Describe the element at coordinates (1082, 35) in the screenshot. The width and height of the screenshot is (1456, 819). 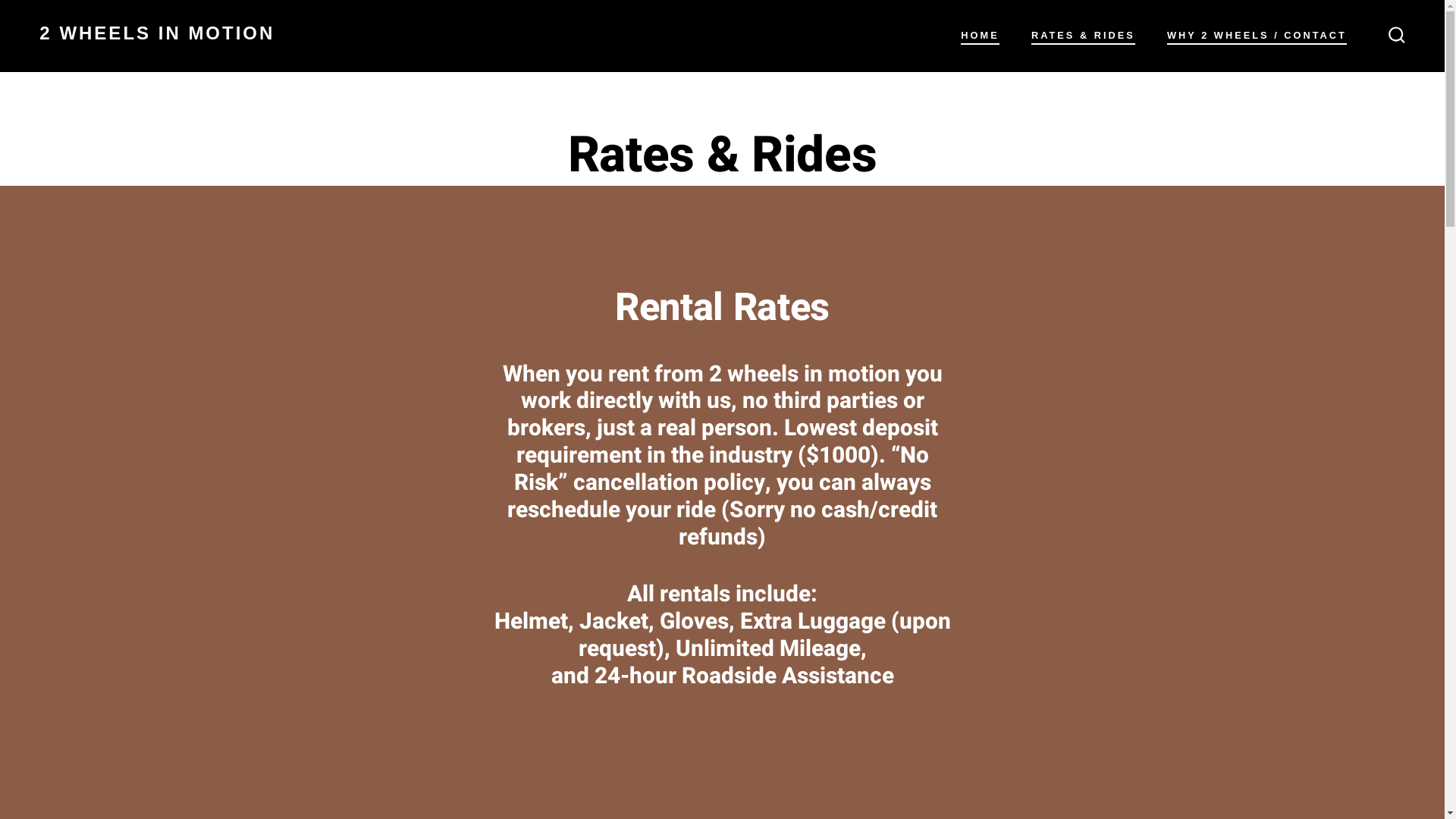
I see `'RATES & RIDES'` at that location.